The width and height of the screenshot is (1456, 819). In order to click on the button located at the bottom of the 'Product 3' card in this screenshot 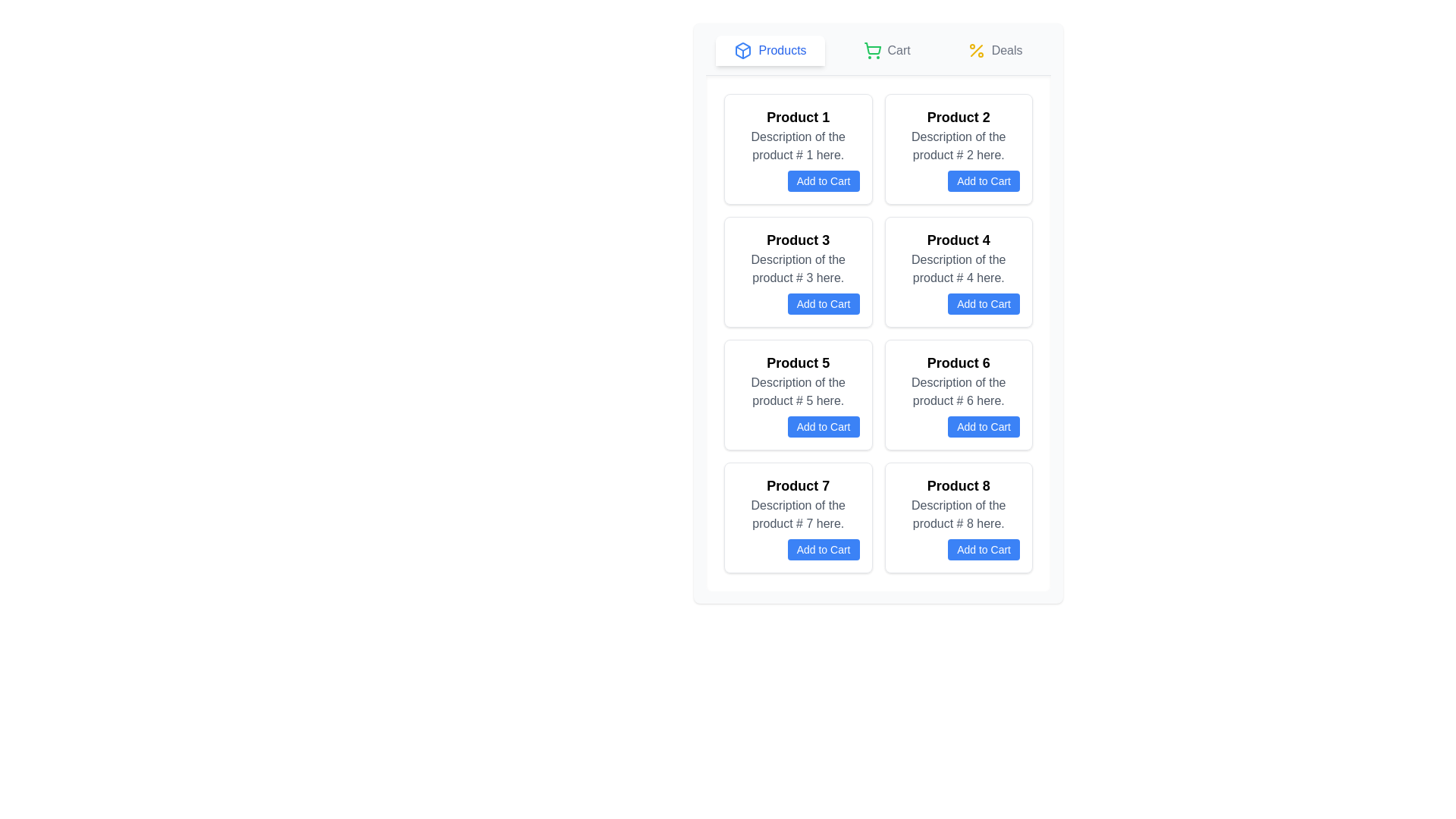, I will do `click(823, 304)`.